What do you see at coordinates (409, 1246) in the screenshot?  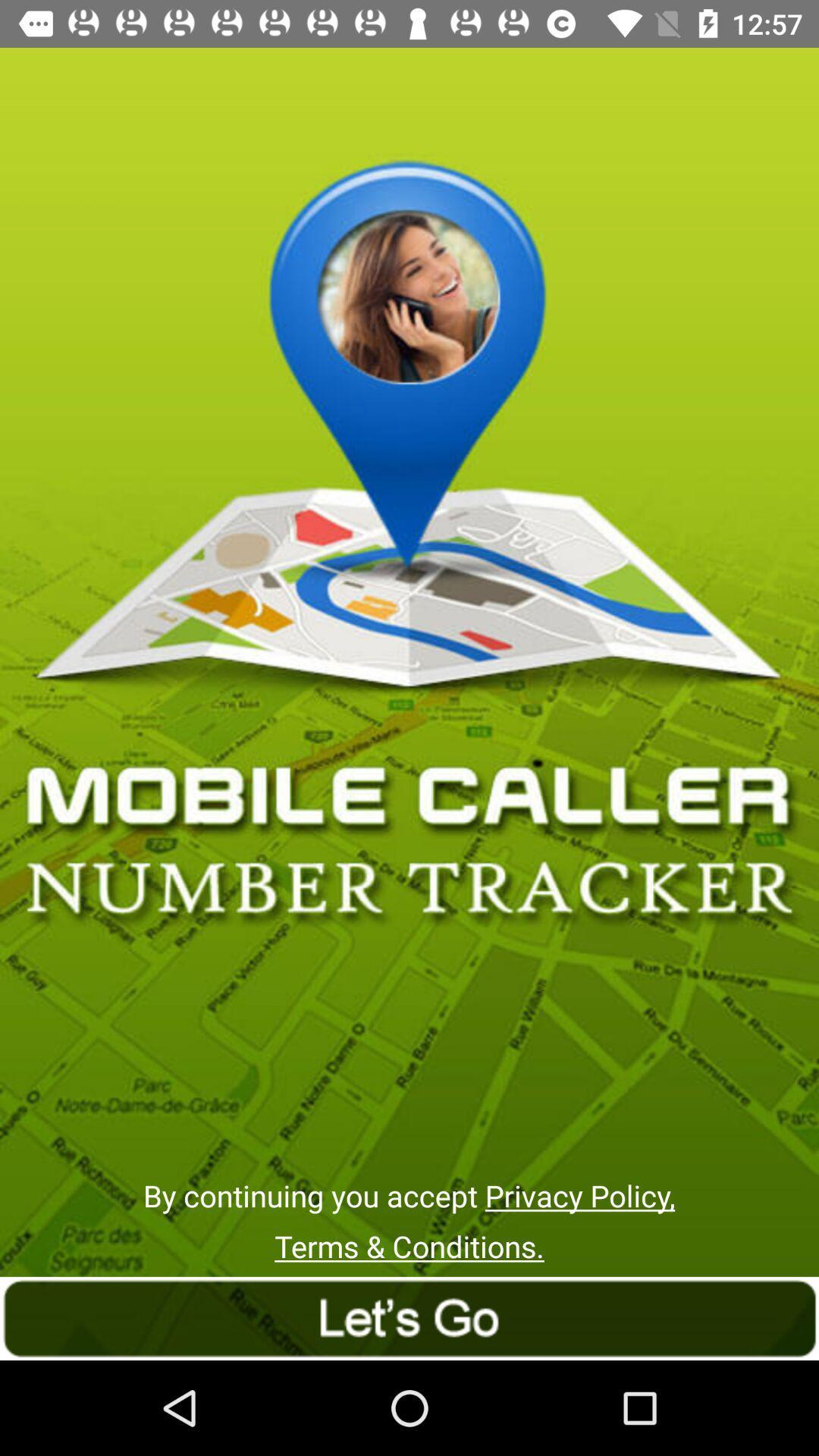 I see `item below by continuing you item` at bounding box center [409, 1246].